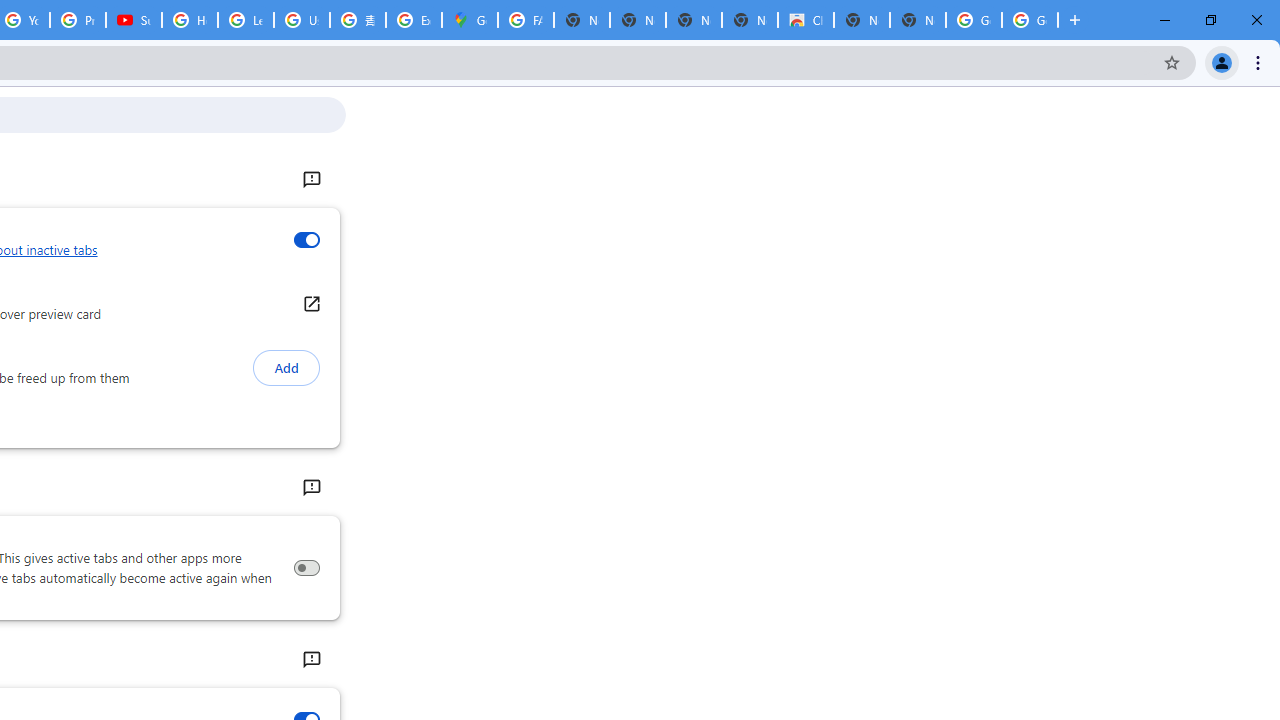  What do you see at coordinates (468, 20) in the screenshot?
I see `'Google Maps'` at bounding box center [468, 20].